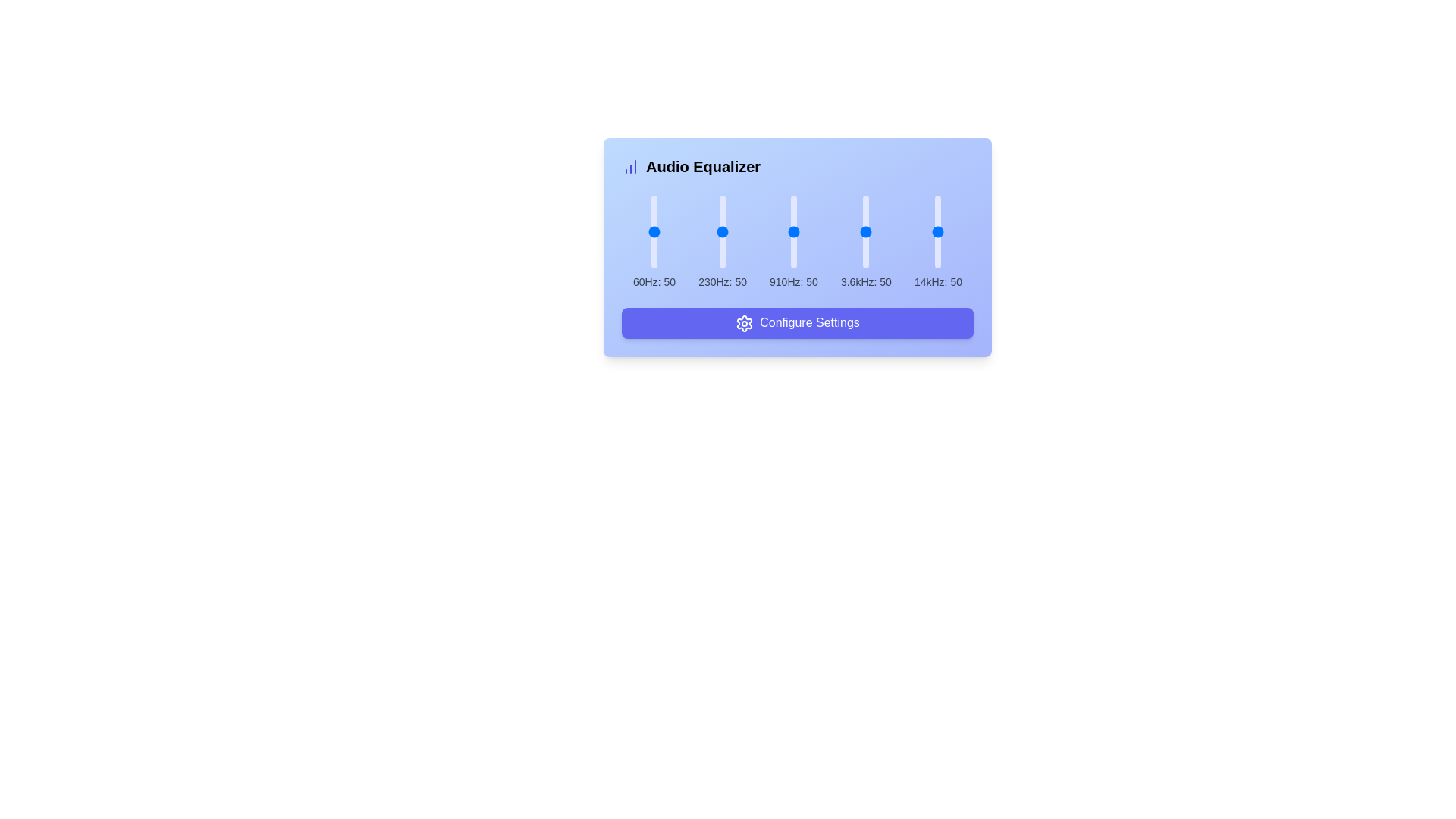  I want to click on the 3.6kHz slider, so click(866, 203).